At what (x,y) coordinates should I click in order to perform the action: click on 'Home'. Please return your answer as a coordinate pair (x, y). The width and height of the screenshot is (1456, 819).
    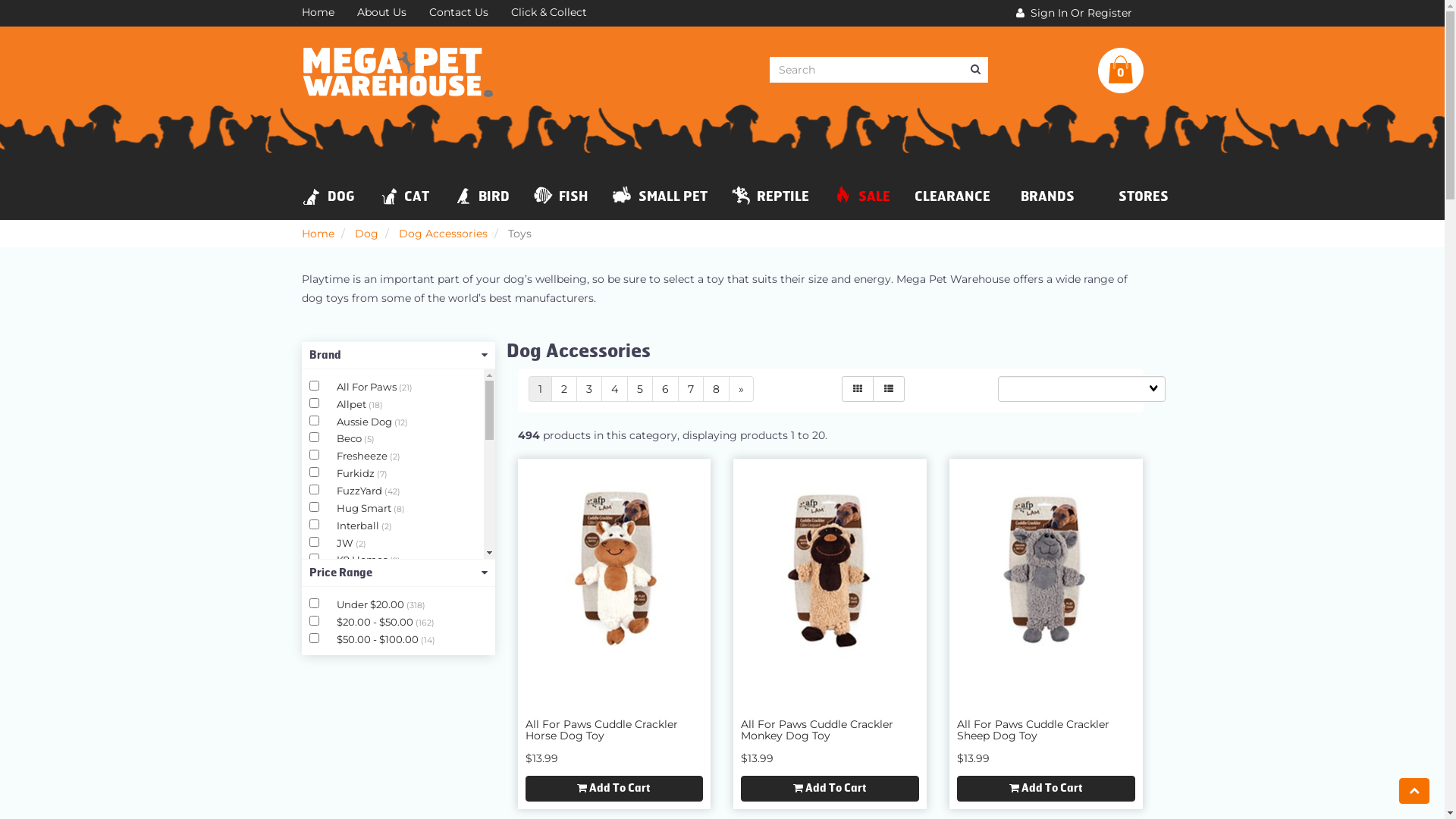
    Looking at the image, I should click on (316, 13).